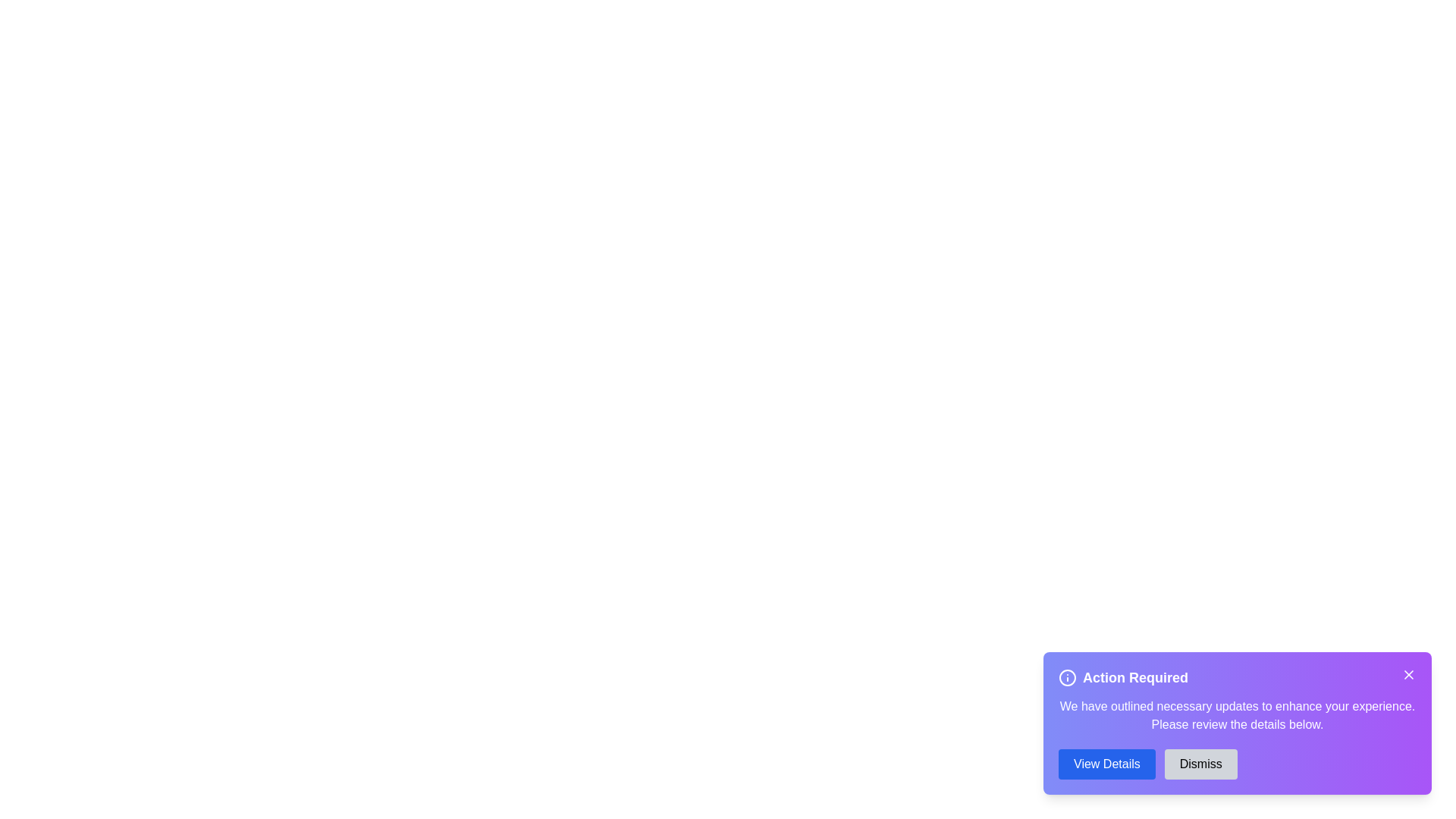  I want to click on the info icon to display additional context, so click(1066, 677).